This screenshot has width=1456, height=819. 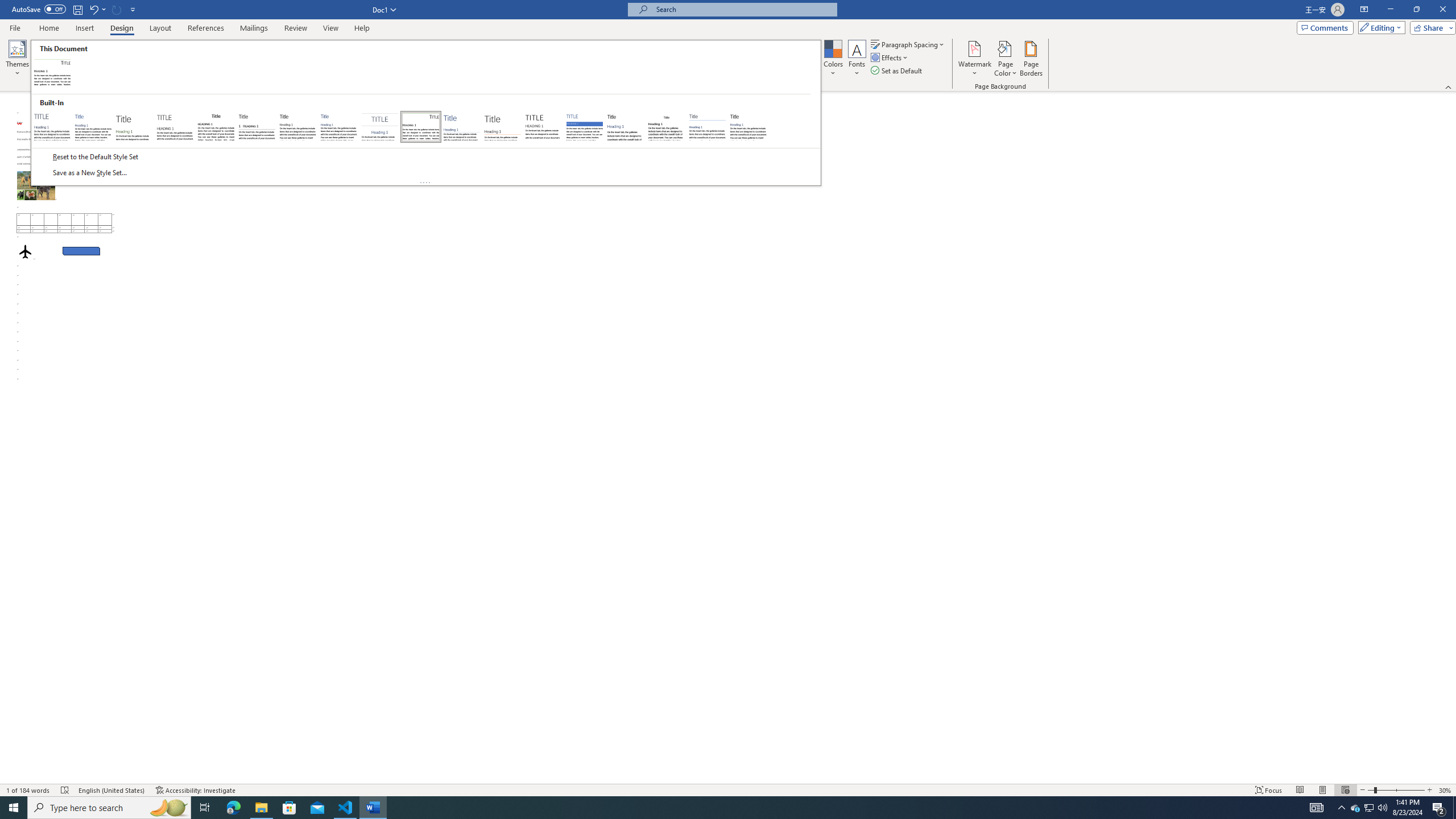 What do you see at coordinates (373, 806) in the screenshot?
I see `'Word - 1 running window'` at bounding box center [373, 806].